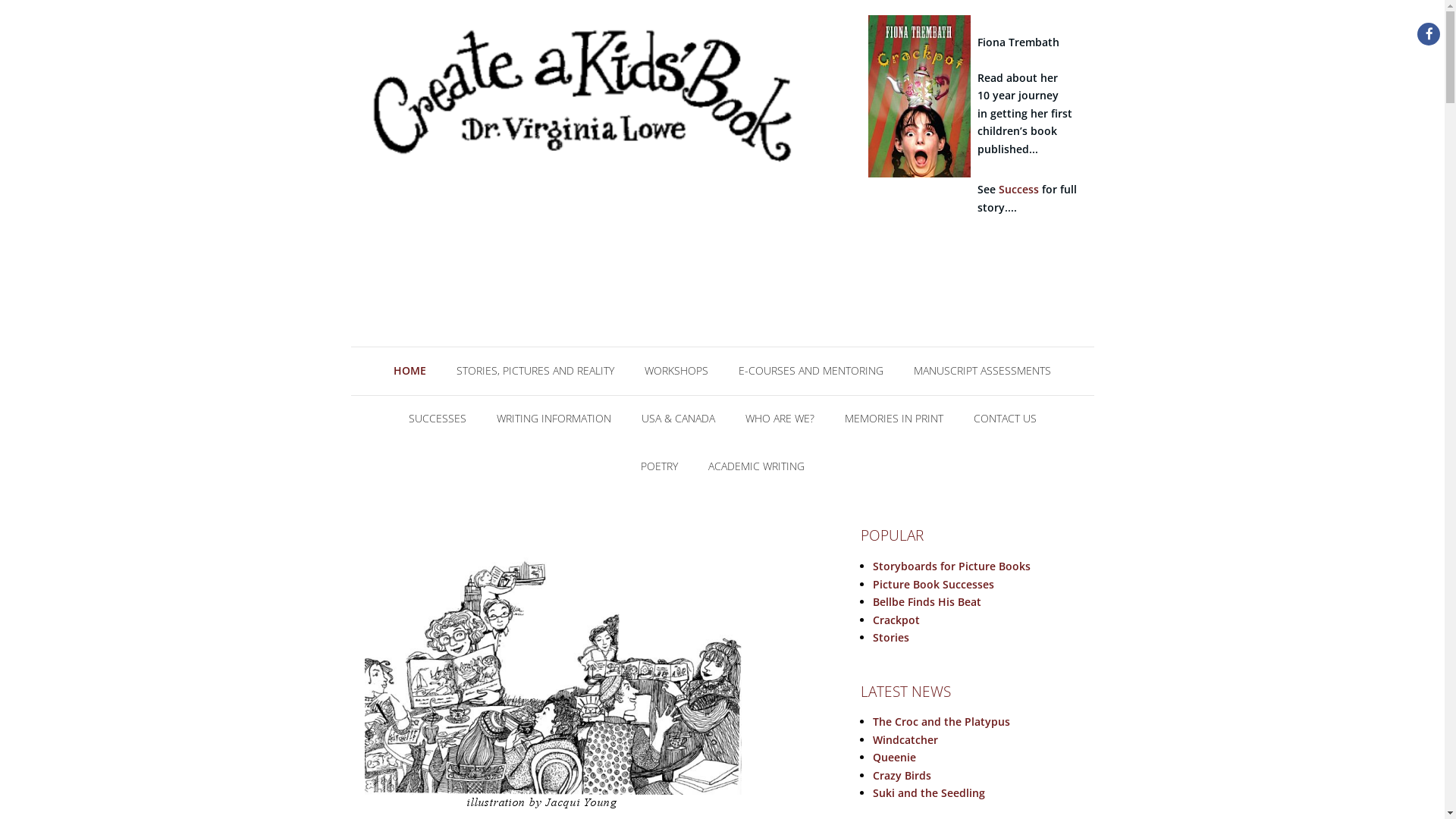 This screenshot has height=819, width=1456. I want to click on 'Queenie', so click(894, 757).